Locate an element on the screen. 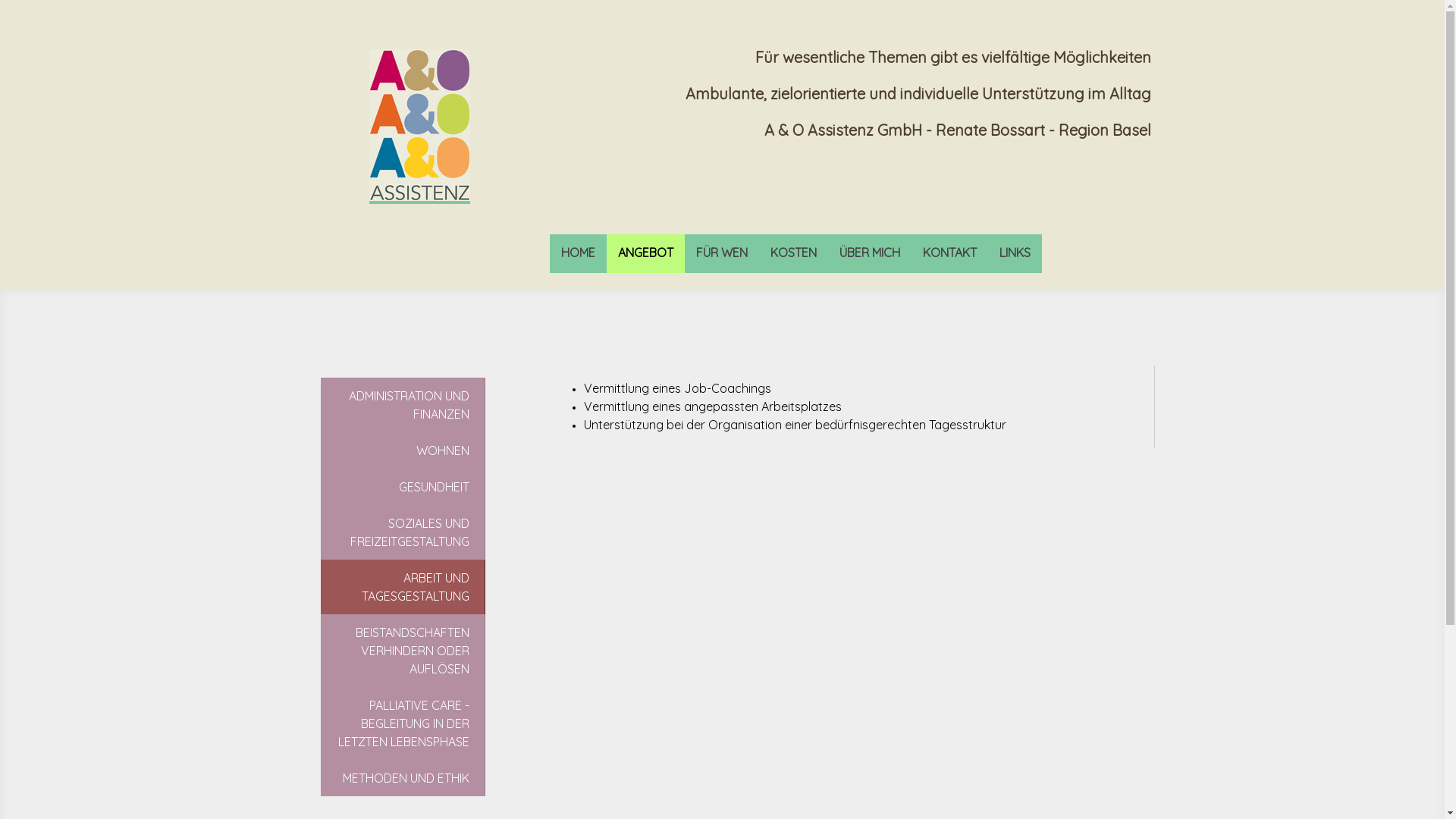 Image resolution: width=1456 pixels, height=819 pixels. 'SOZIALES UND FREIZEITGESTALTUNG' is located at coordinates (403, 532).